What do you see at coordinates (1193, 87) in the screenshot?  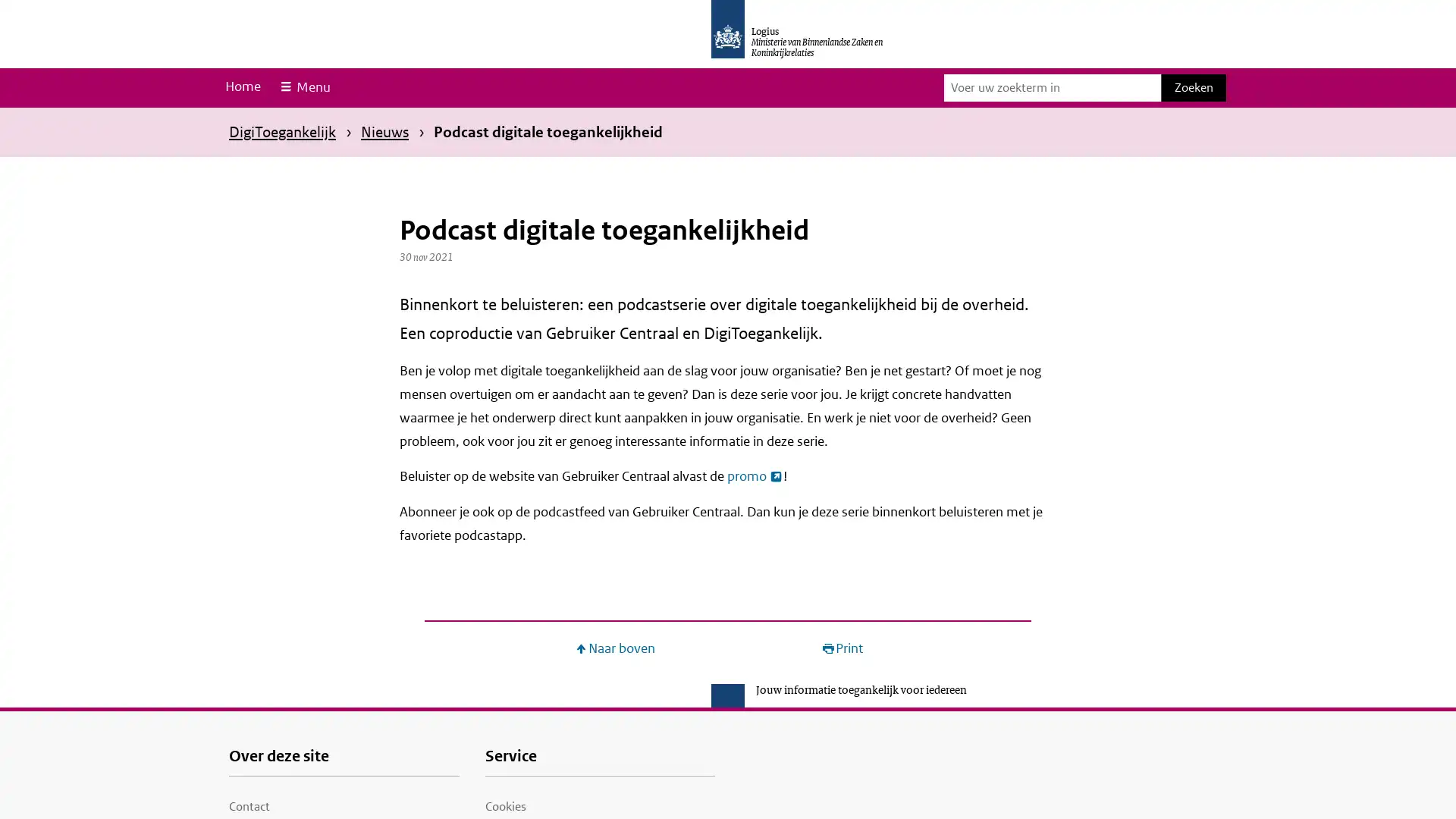 I see `Zoeken` at bounding box center [1193, 87].